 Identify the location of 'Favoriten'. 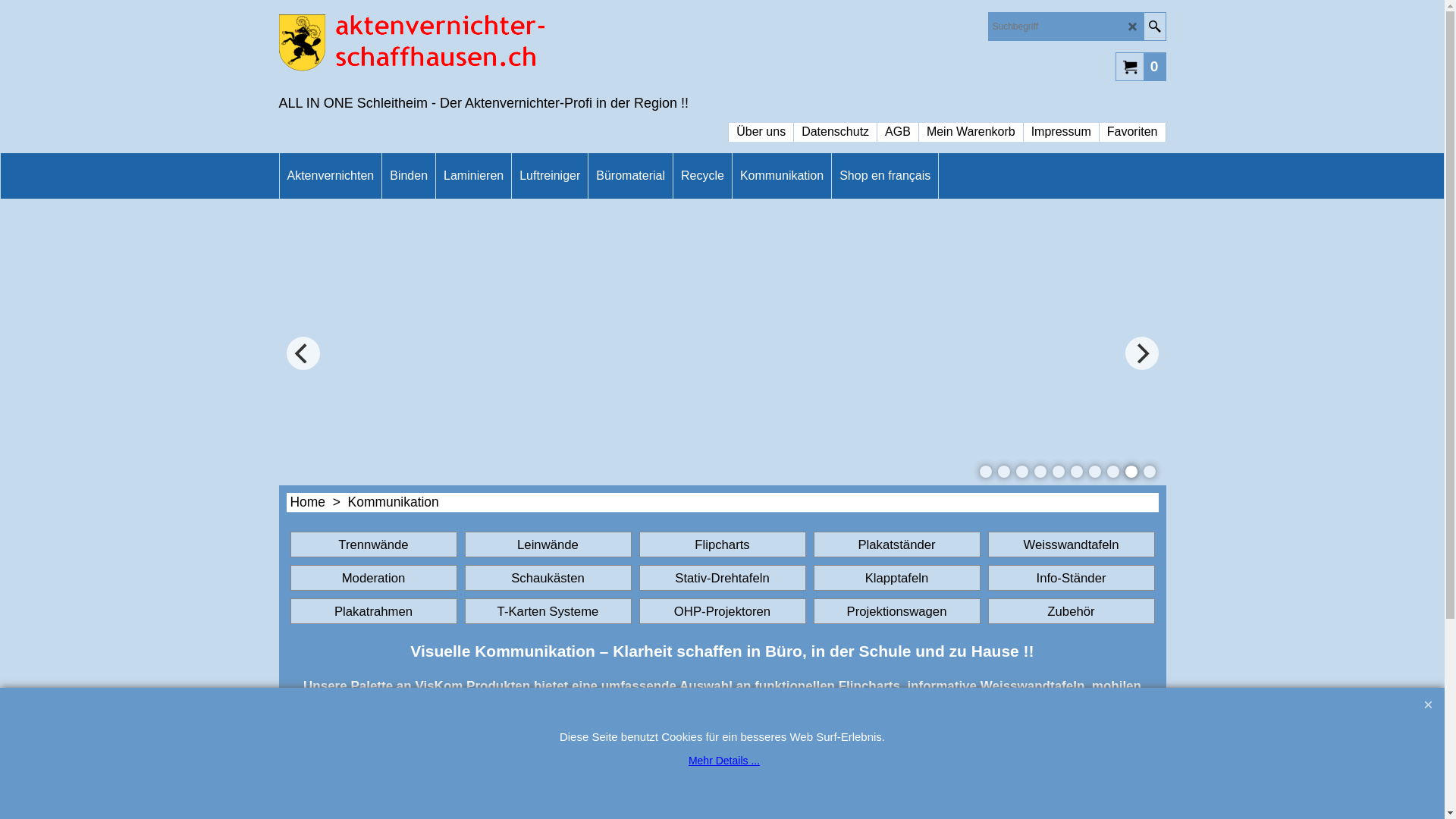
(1132, 124).